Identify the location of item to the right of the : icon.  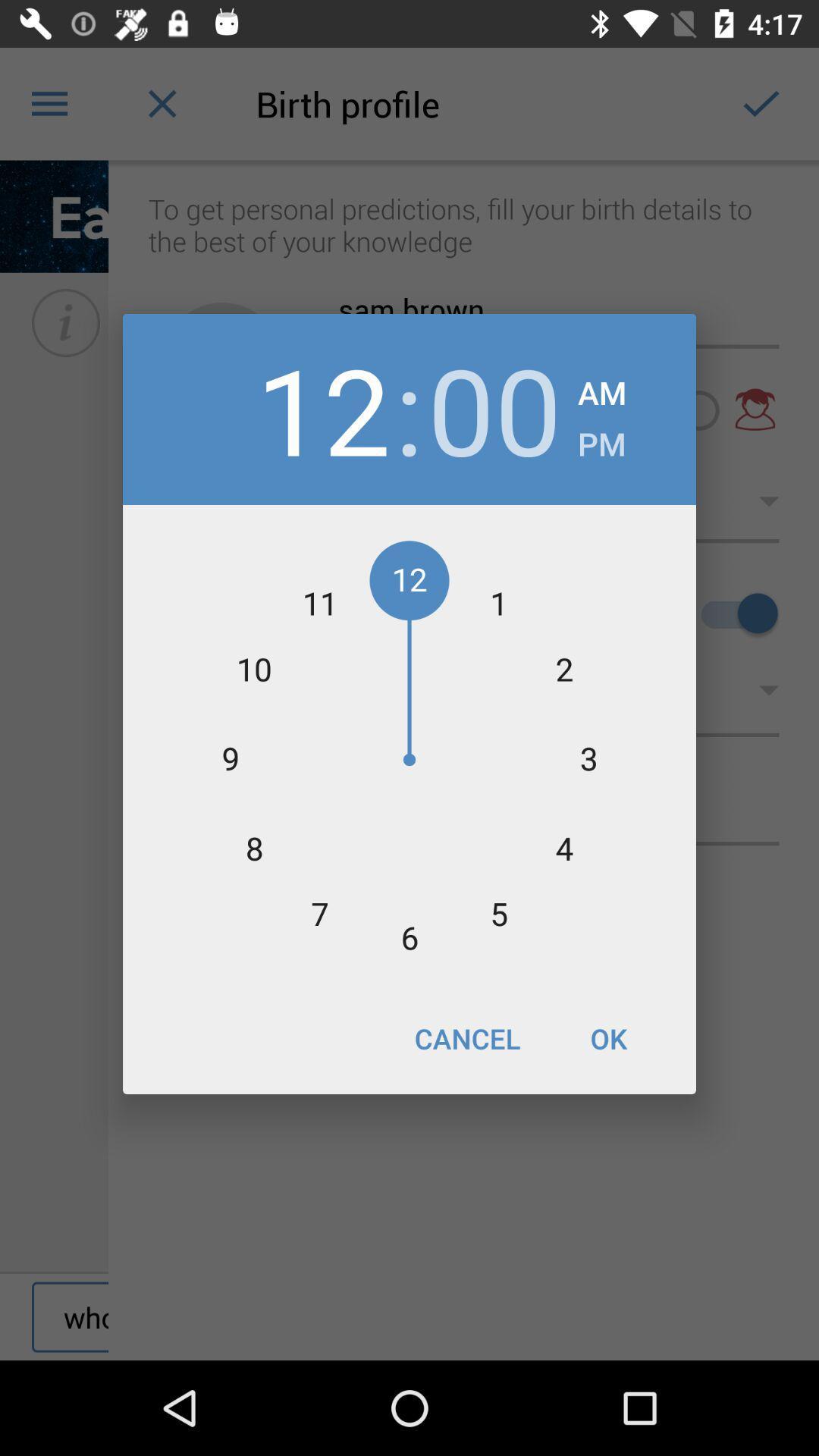
(494, 409).